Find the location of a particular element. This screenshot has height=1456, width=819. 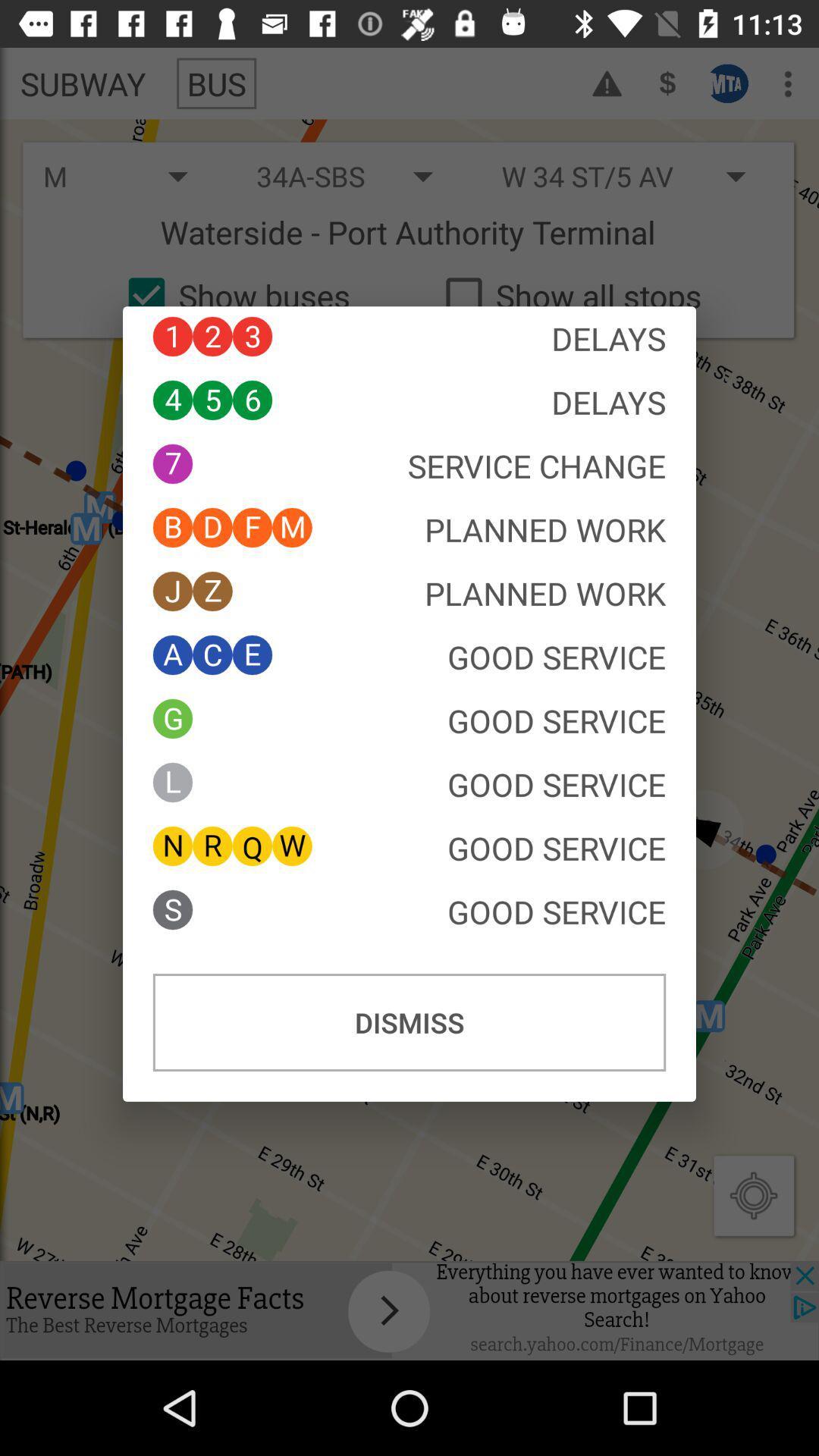

dismiss is located at coordinates (409, 1022).